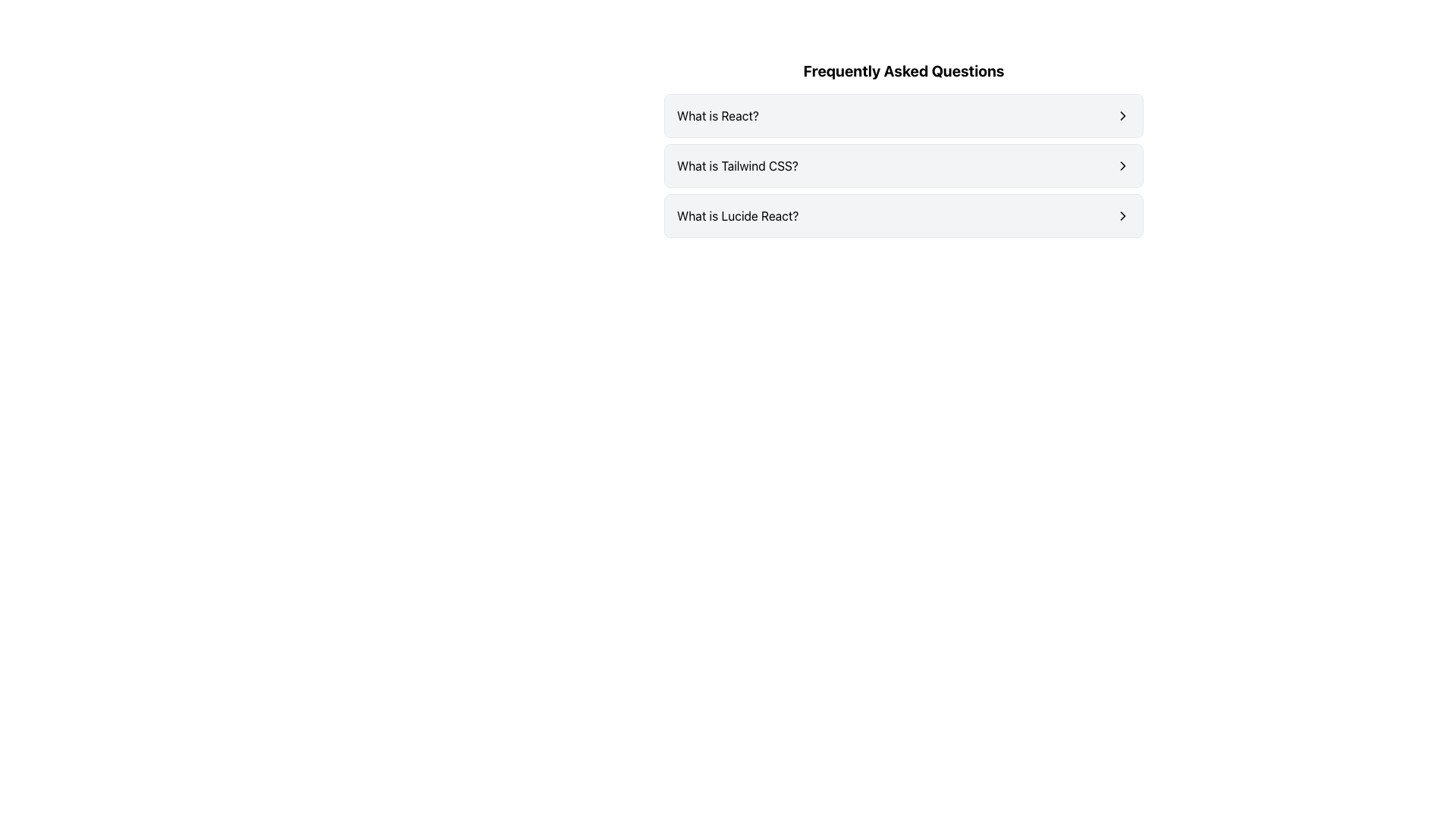  What do you see at coordinates (903, 115) in the screenshot?
I see `the button labeled 'What is React?'` at bounding box center [903, 115].